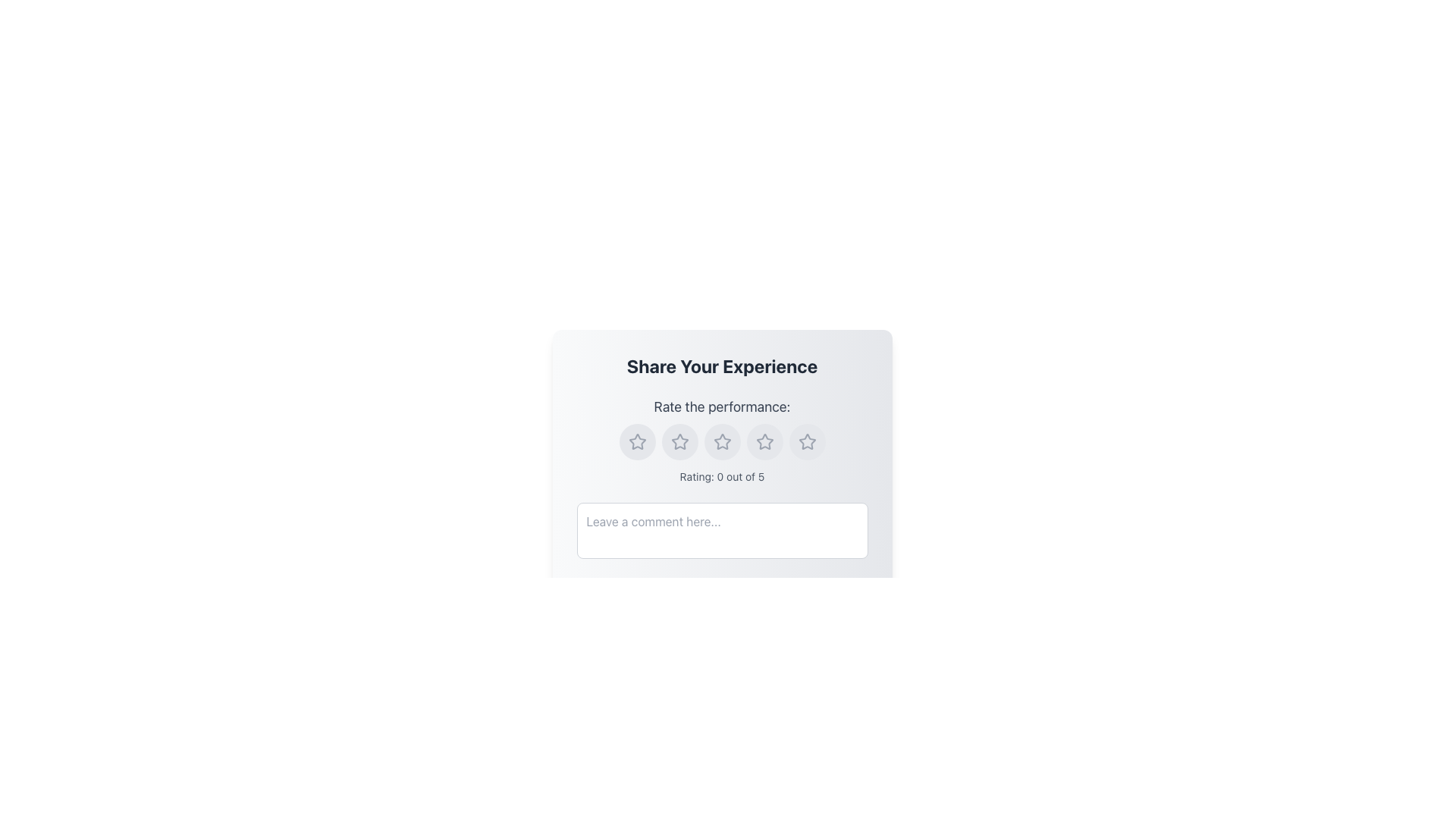 This screenshot has height=819, width=1456. I want to click on the third star icon in the rating system, which is a non-interactive SVG star with a gray outline and transparent interior, located below the heading 'Rate the performance:', so click(721, 441).